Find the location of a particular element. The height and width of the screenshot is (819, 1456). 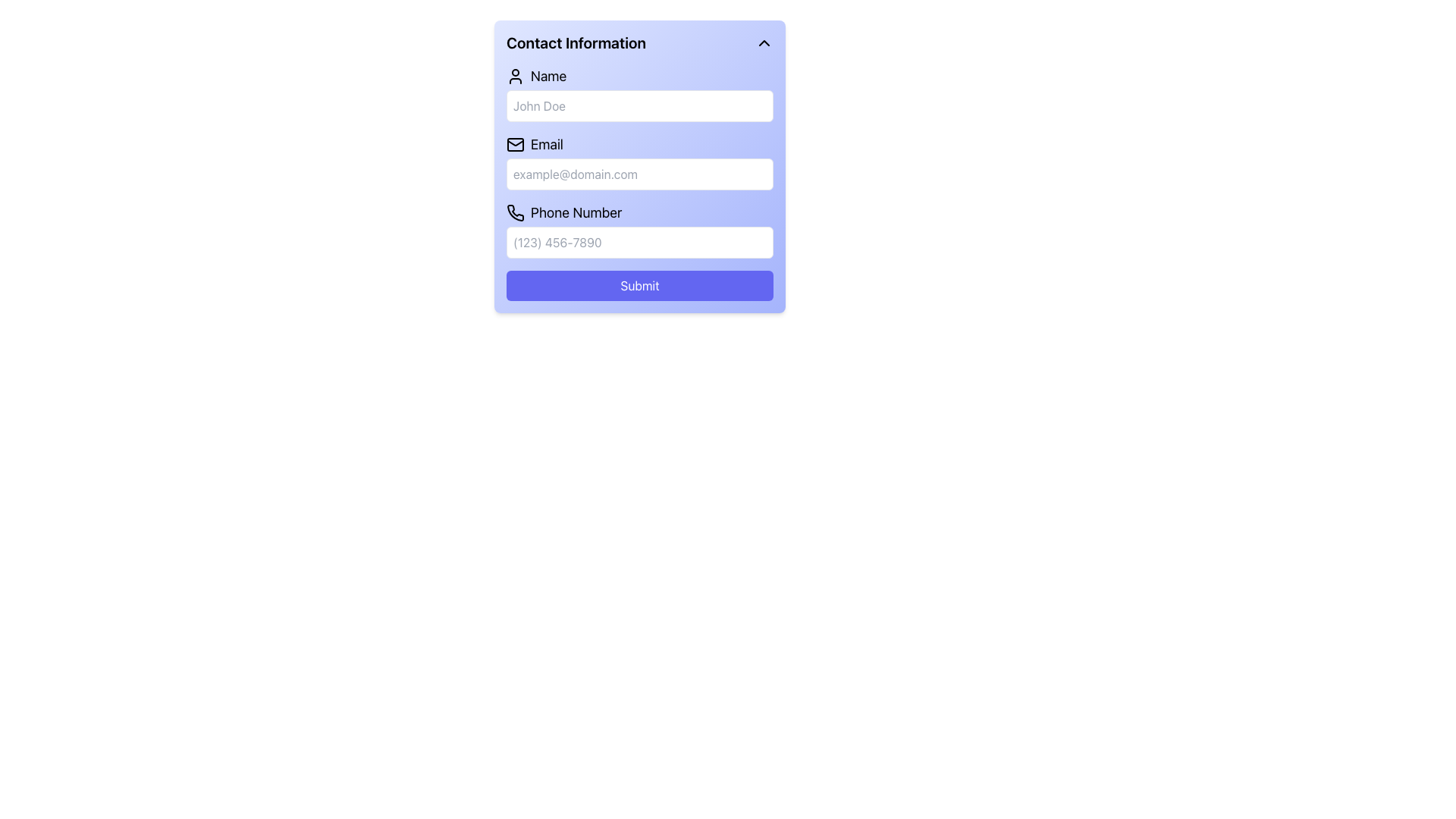

the Submit button located at the bottom of the vertical form layout is located at coordinates (640, 286).